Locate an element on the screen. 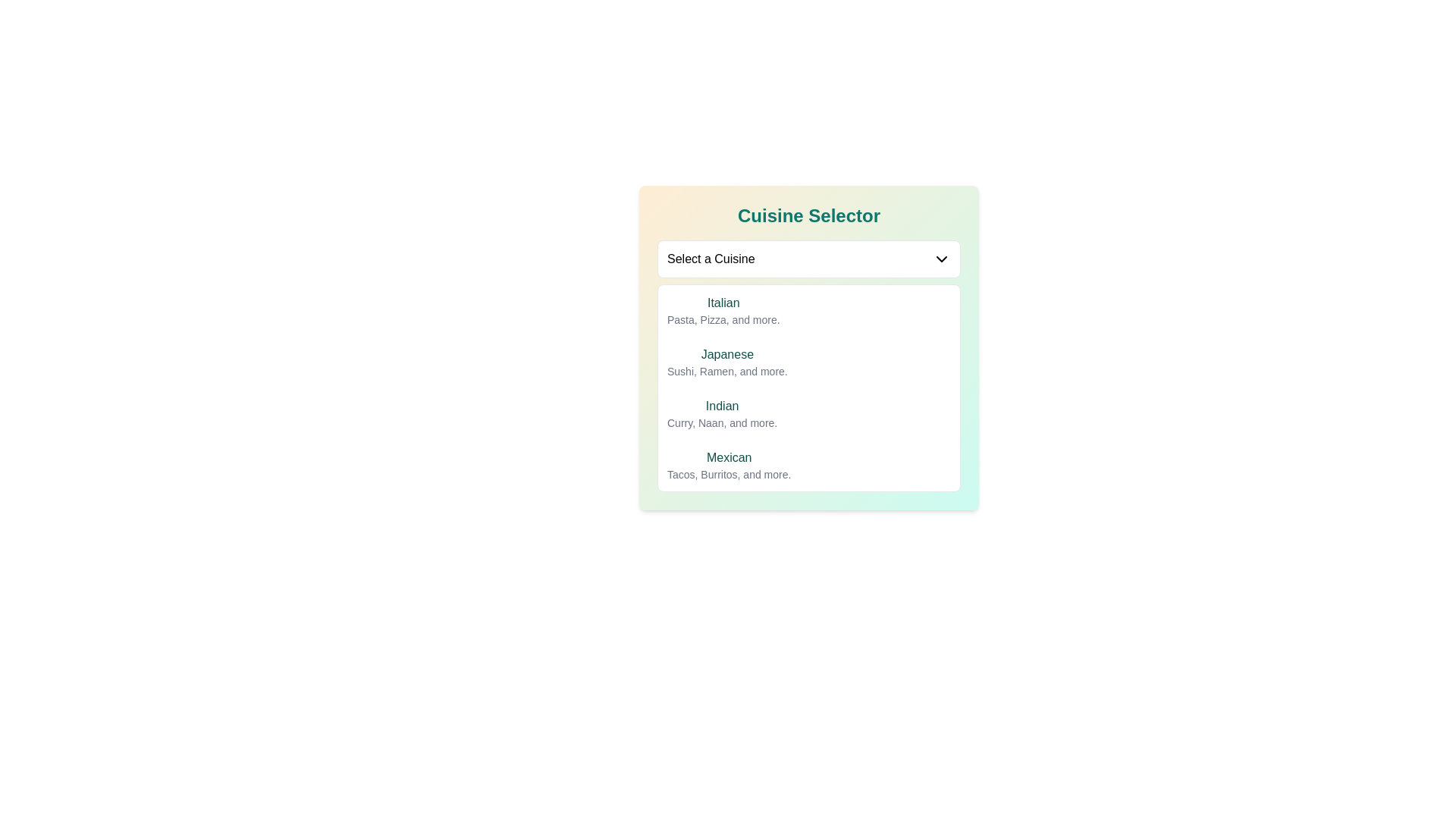 Image resolution: width=1456 pixels, height=819 pixels. the chevron-down icon adjacent to the 'Select a Cuisine' text in the 'Cuisine Selector' interface is located at coordinates (941, 259).